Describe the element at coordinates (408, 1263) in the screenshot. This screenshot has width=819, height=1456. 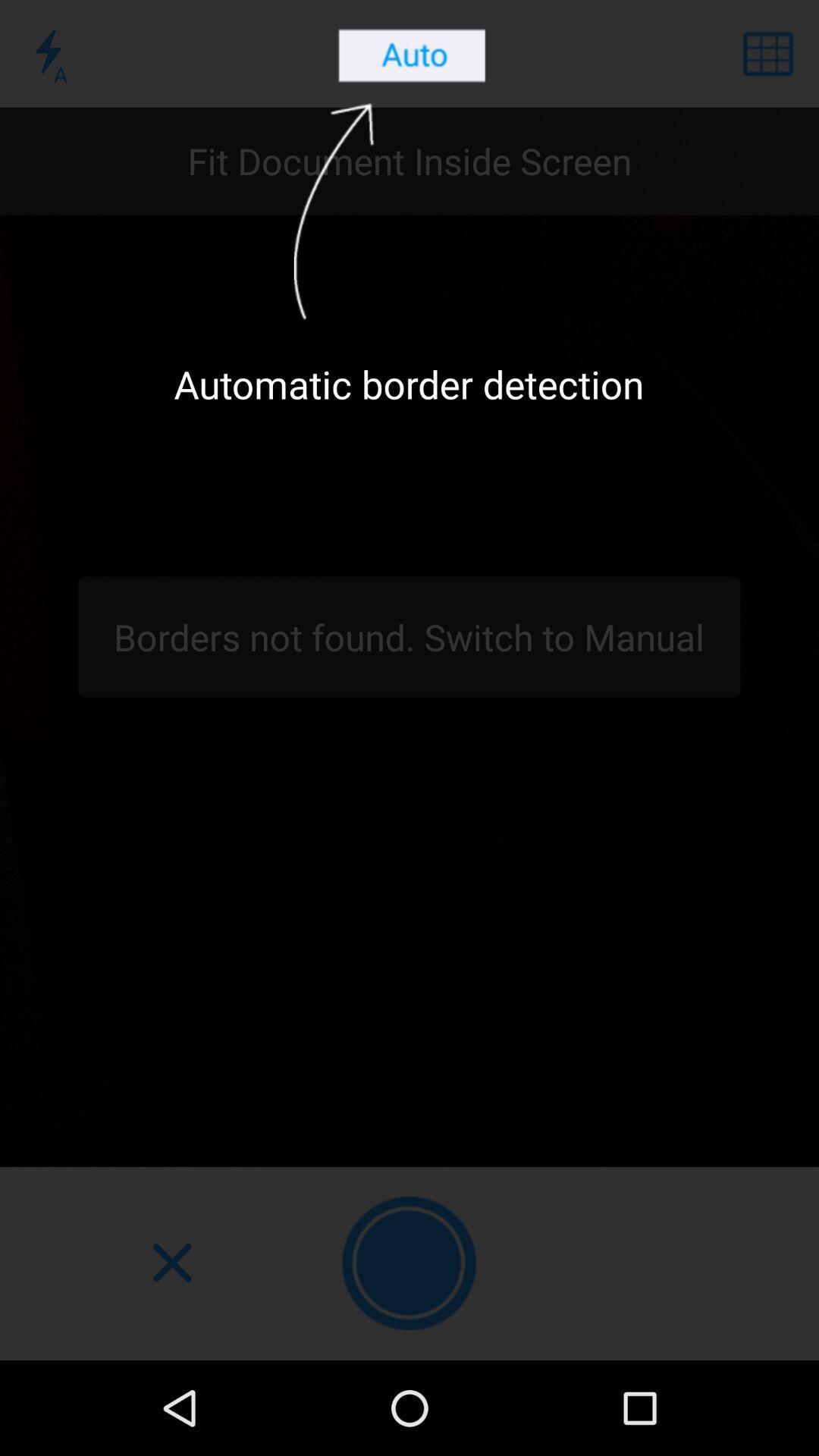
I see `the add icon` at that location.